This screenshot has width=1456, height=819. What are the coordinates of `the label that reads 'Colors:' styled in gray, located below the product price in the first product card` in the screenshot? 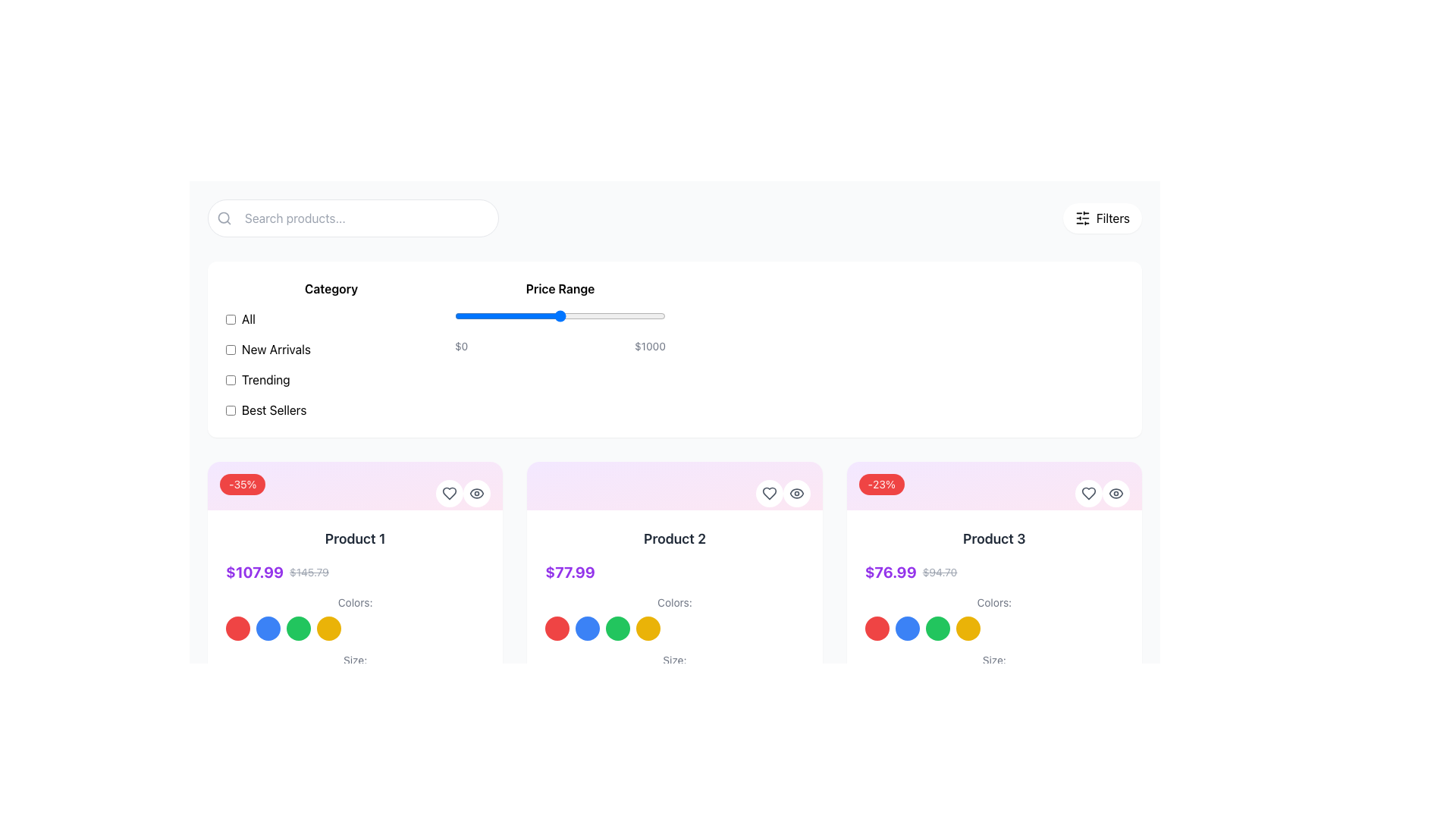 It's located at (354, 601).